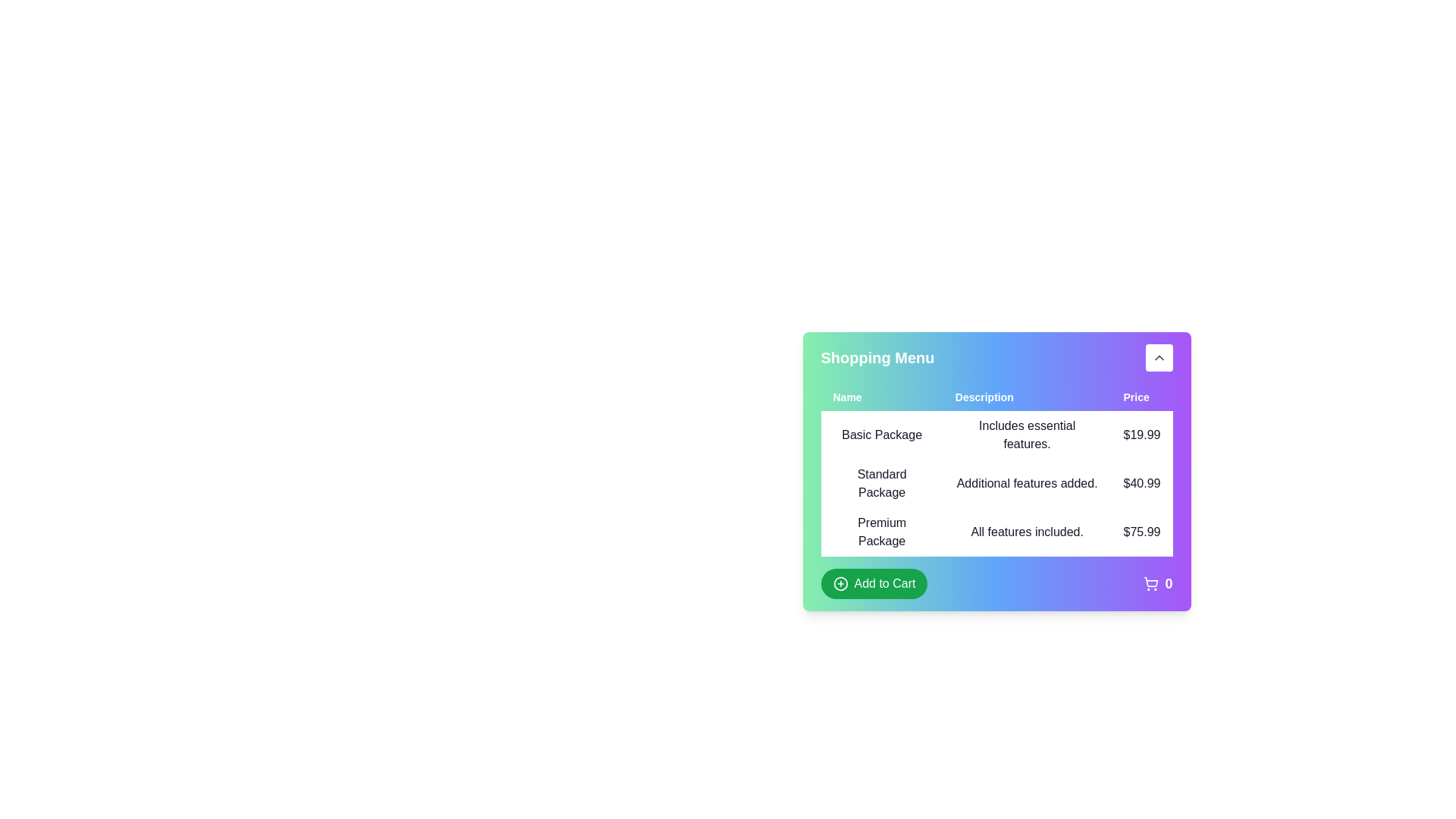  I want to click on cart item count displayed on the right side of the action bar located at the bottom of the shopping menu interface, so click(996, 583).